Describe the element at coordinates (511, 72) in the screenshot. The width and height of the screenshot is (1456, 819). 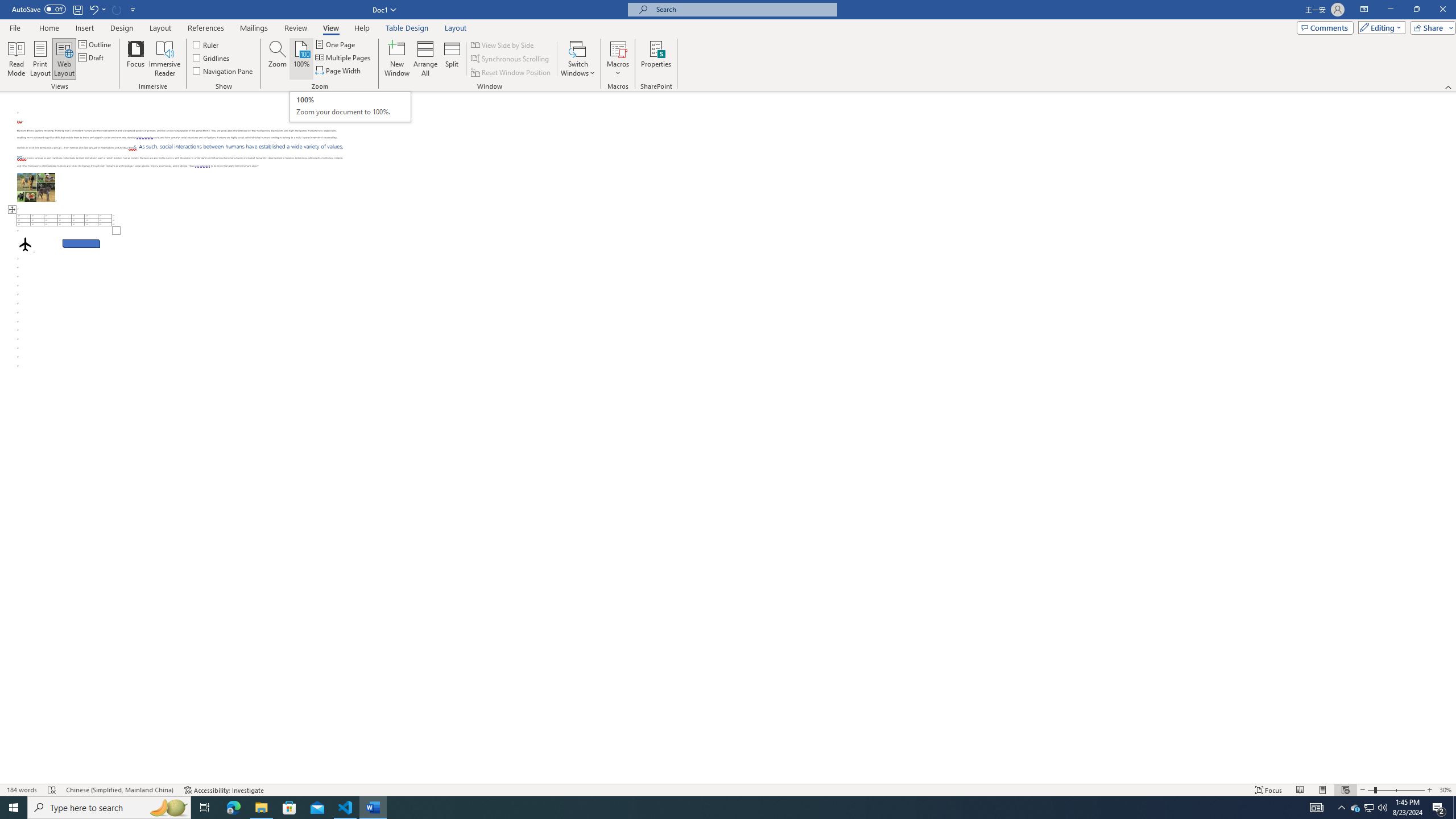
I see `'Reset Window Position'` at that location.